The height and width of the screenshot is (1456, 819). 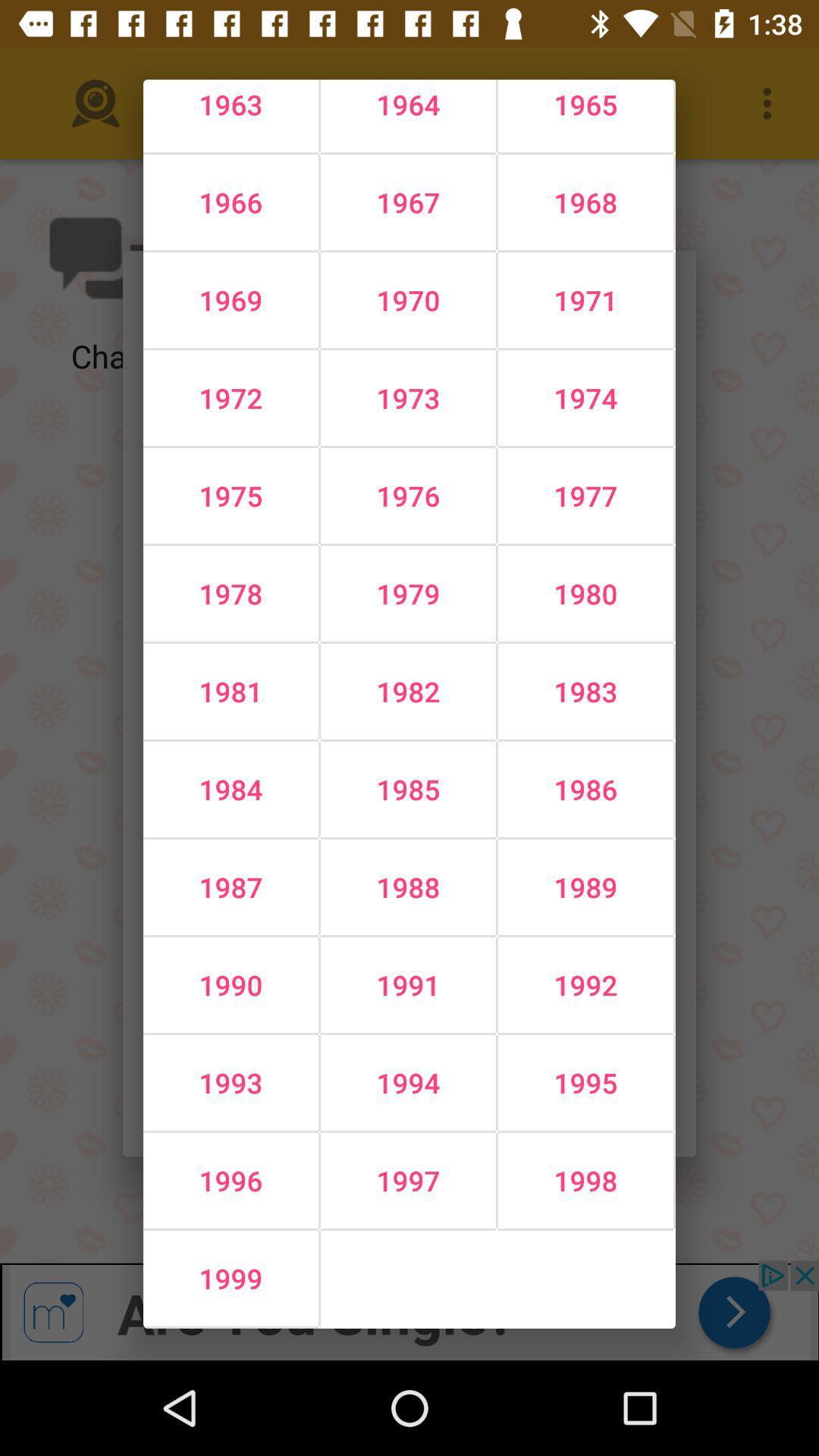 I want to click on icon above the 1994, so click(x=585, y=985).